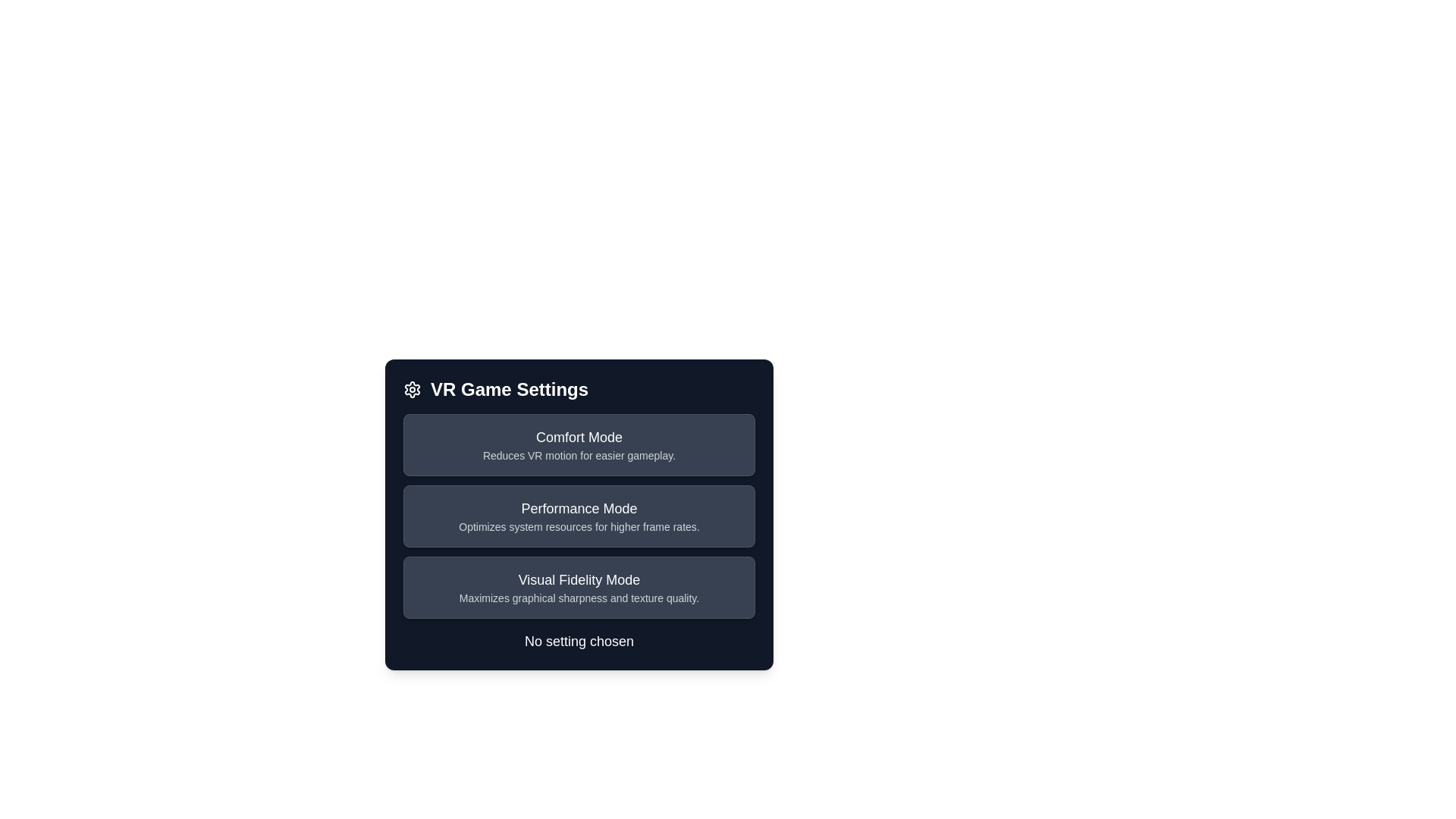 Image resolution: width=1456 pixels, height=819 pixels. What do you see at coordinates (578, 641) in the screenshot?
I see `the static text label displaying 'No setting chosen', located at the bottom of the VR Game Settings interface` at bounding box center [578, 641].